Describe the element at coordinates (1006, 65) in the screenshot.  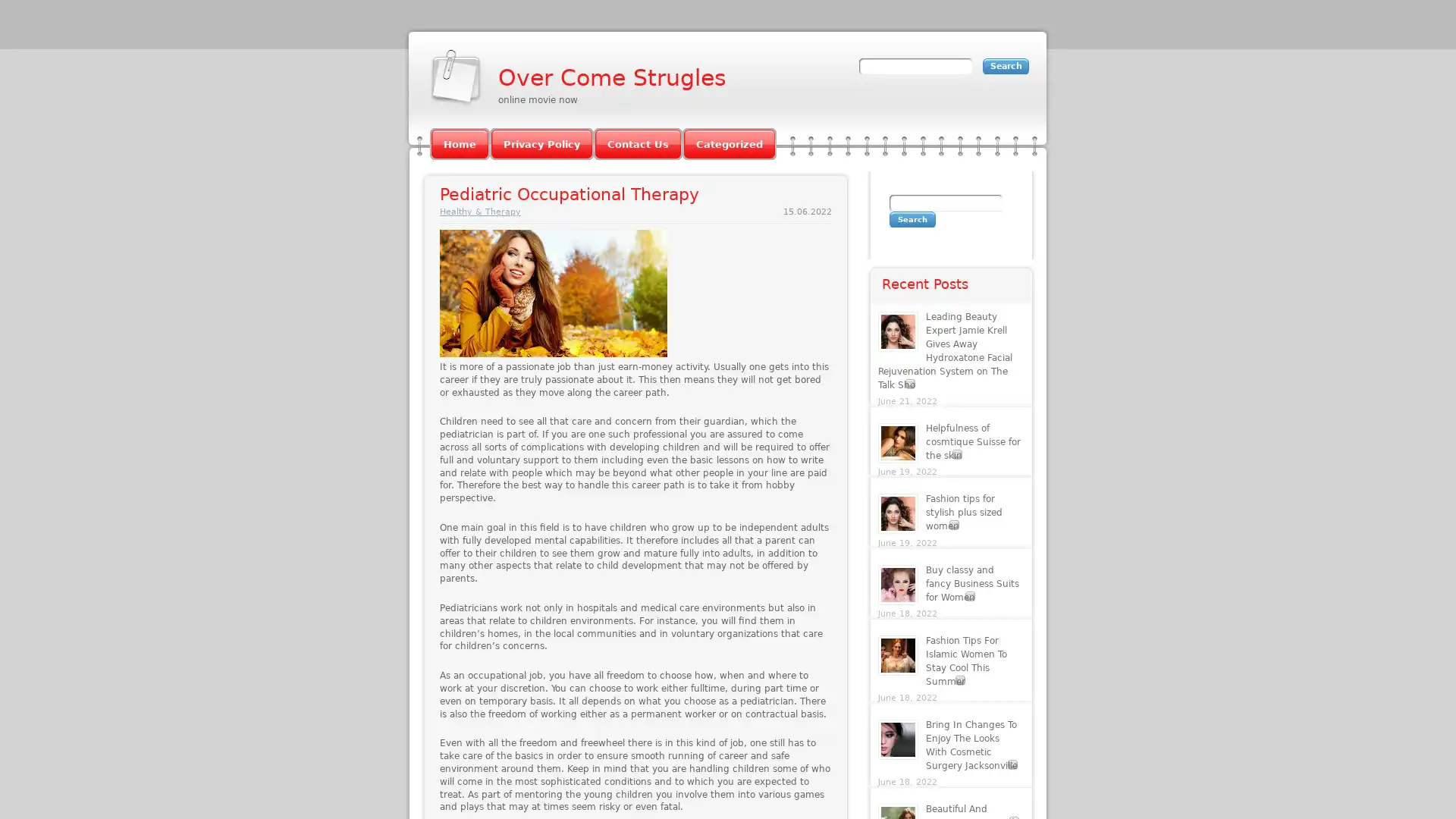
I see `Search` at that location.